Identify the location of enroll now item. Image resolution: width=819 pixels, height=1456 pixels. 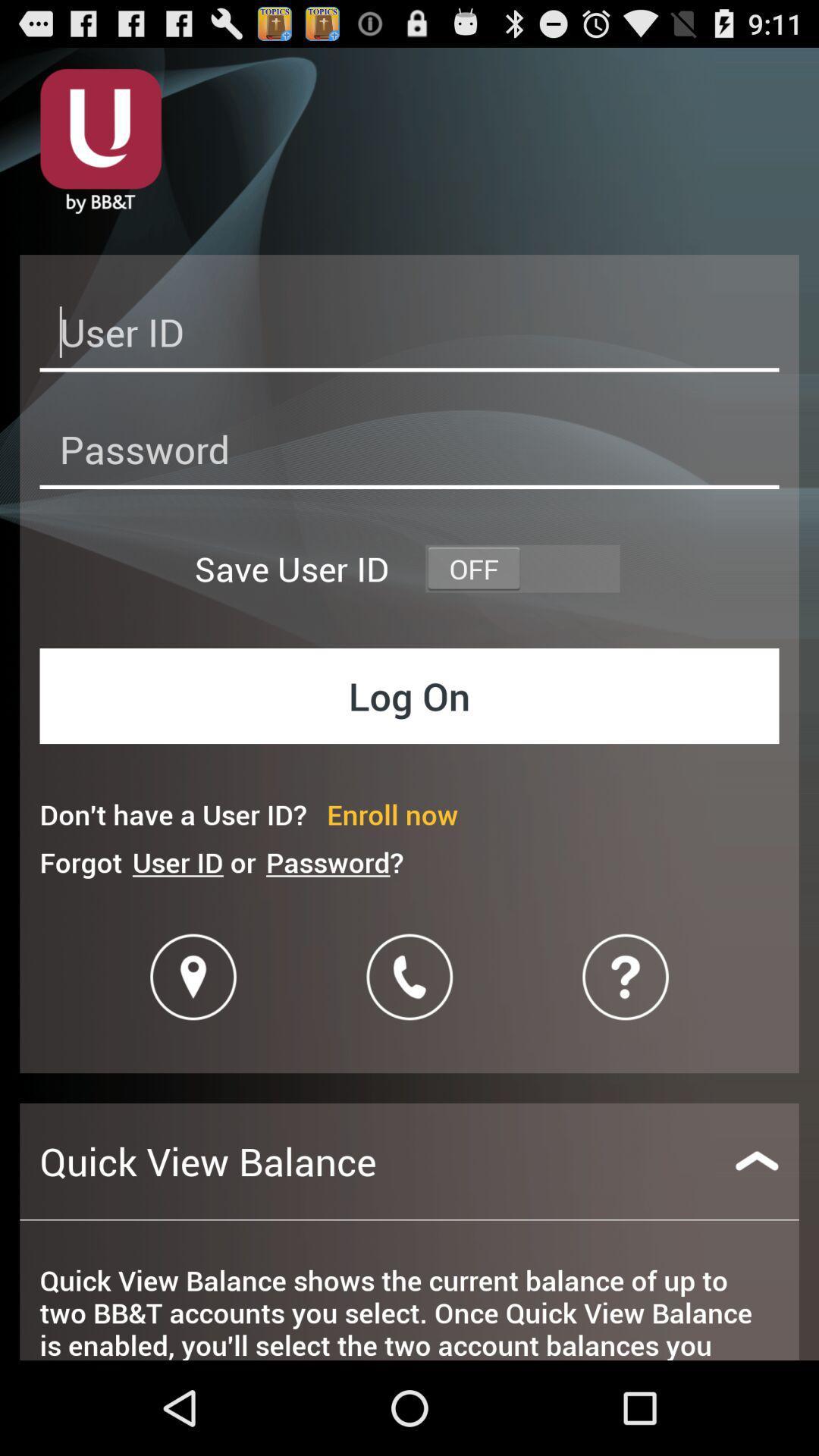
(391, 814).